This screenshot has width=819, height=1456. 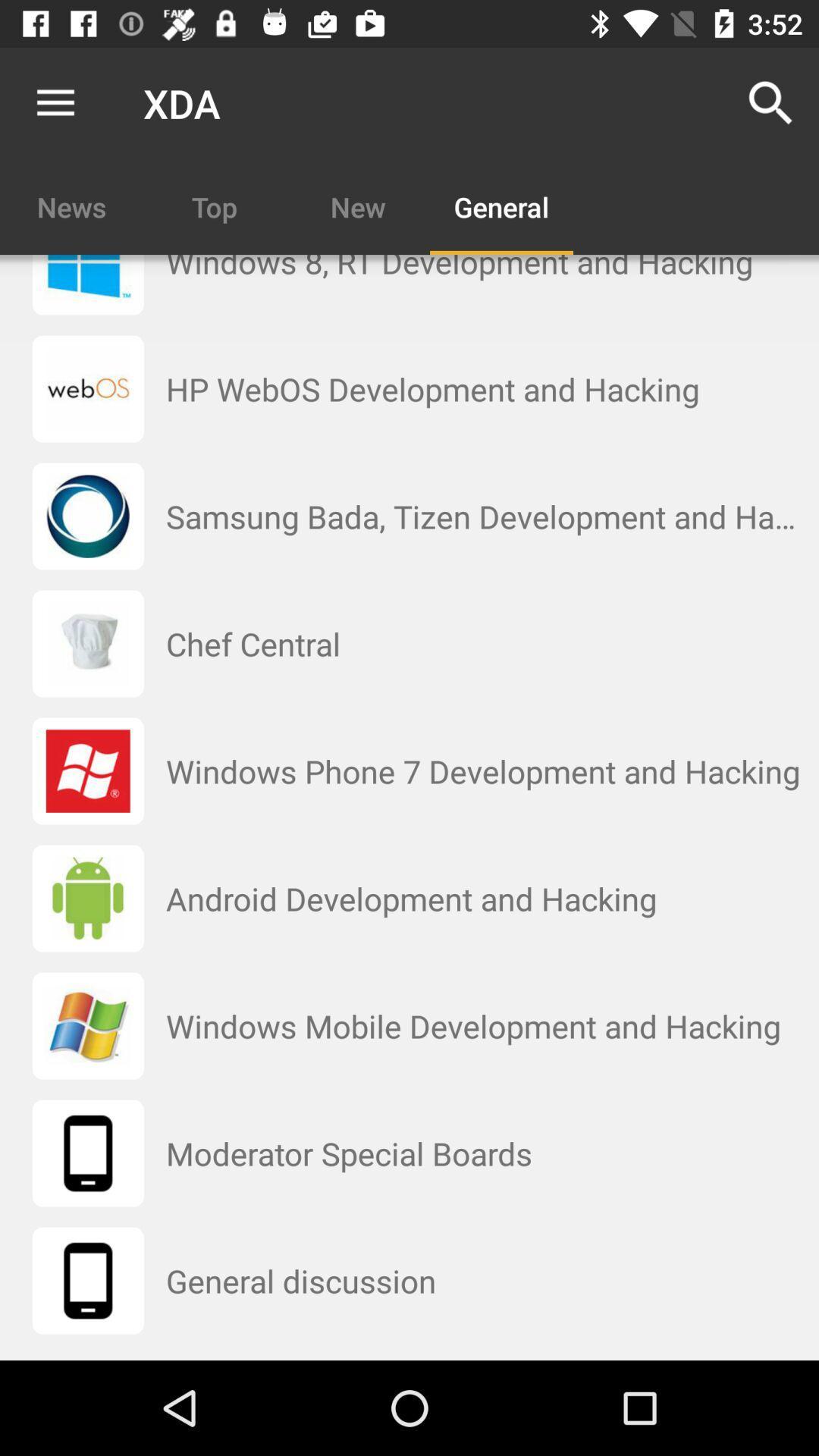 I want to click on the item next to the xda icon, so click(x=771, y=102).